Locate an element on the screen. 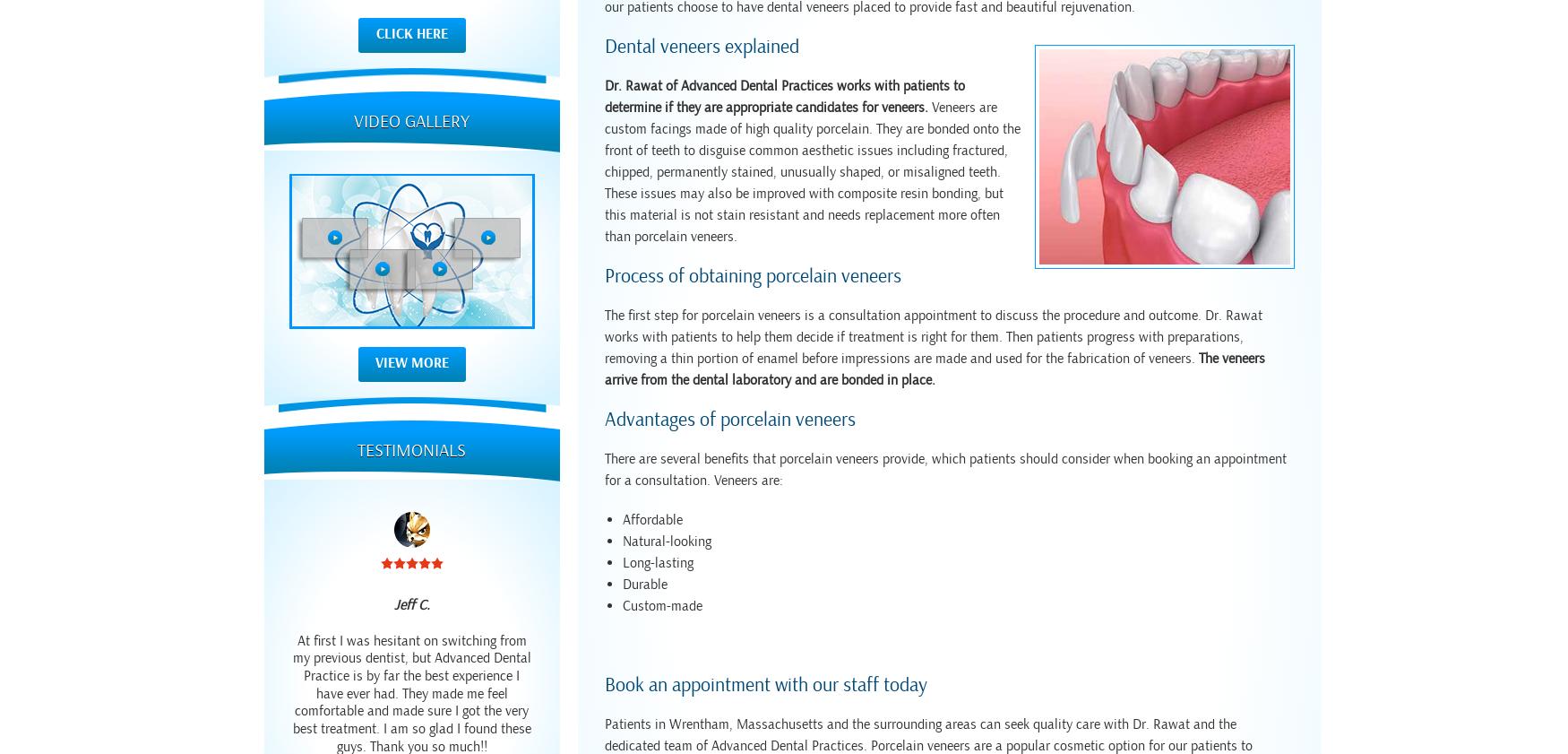  'Advantages of porcelain veneers' is located at coordinates (729, 420).